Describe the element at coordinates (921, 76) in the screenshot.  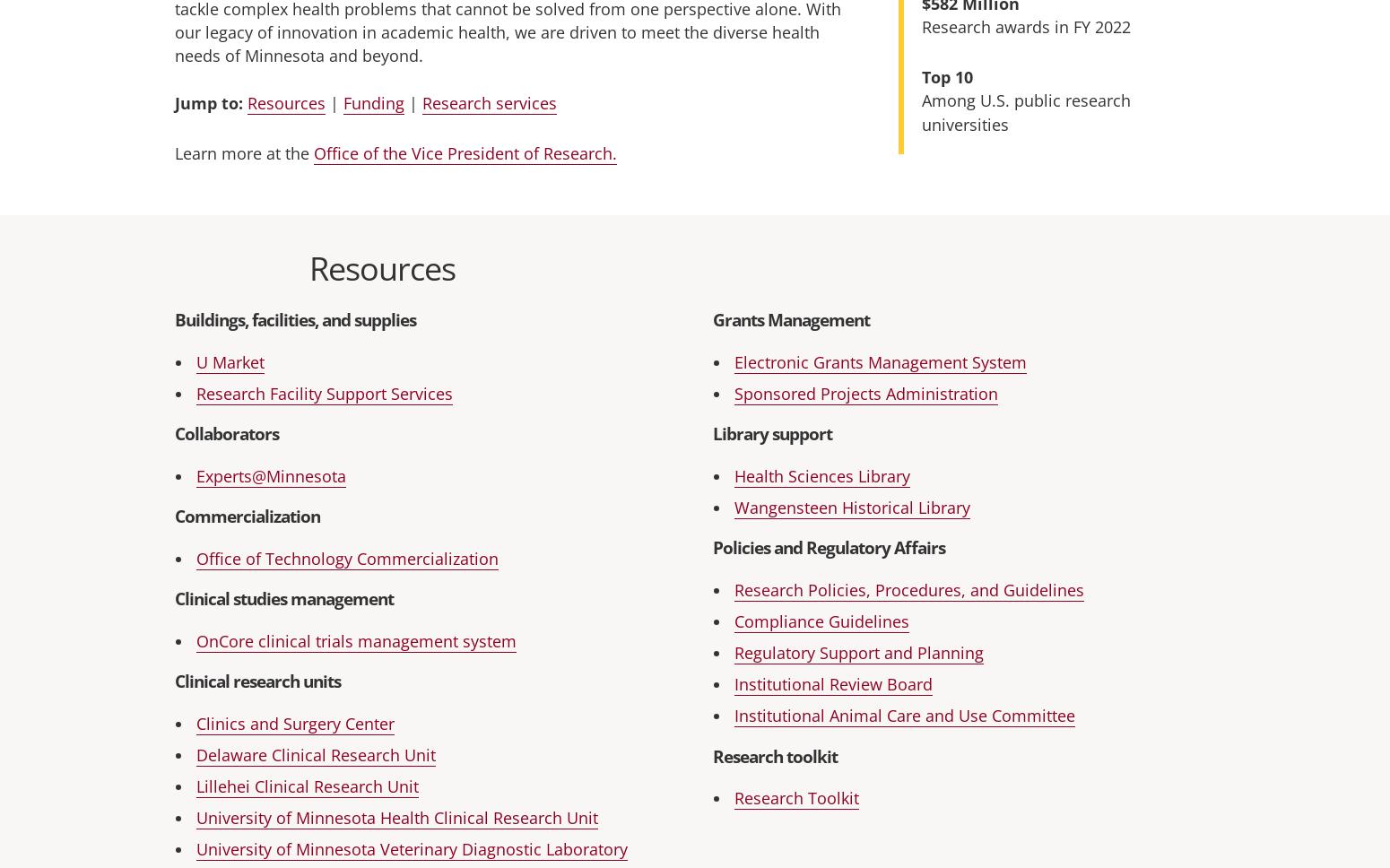
I see `'Top 10'` at that location.